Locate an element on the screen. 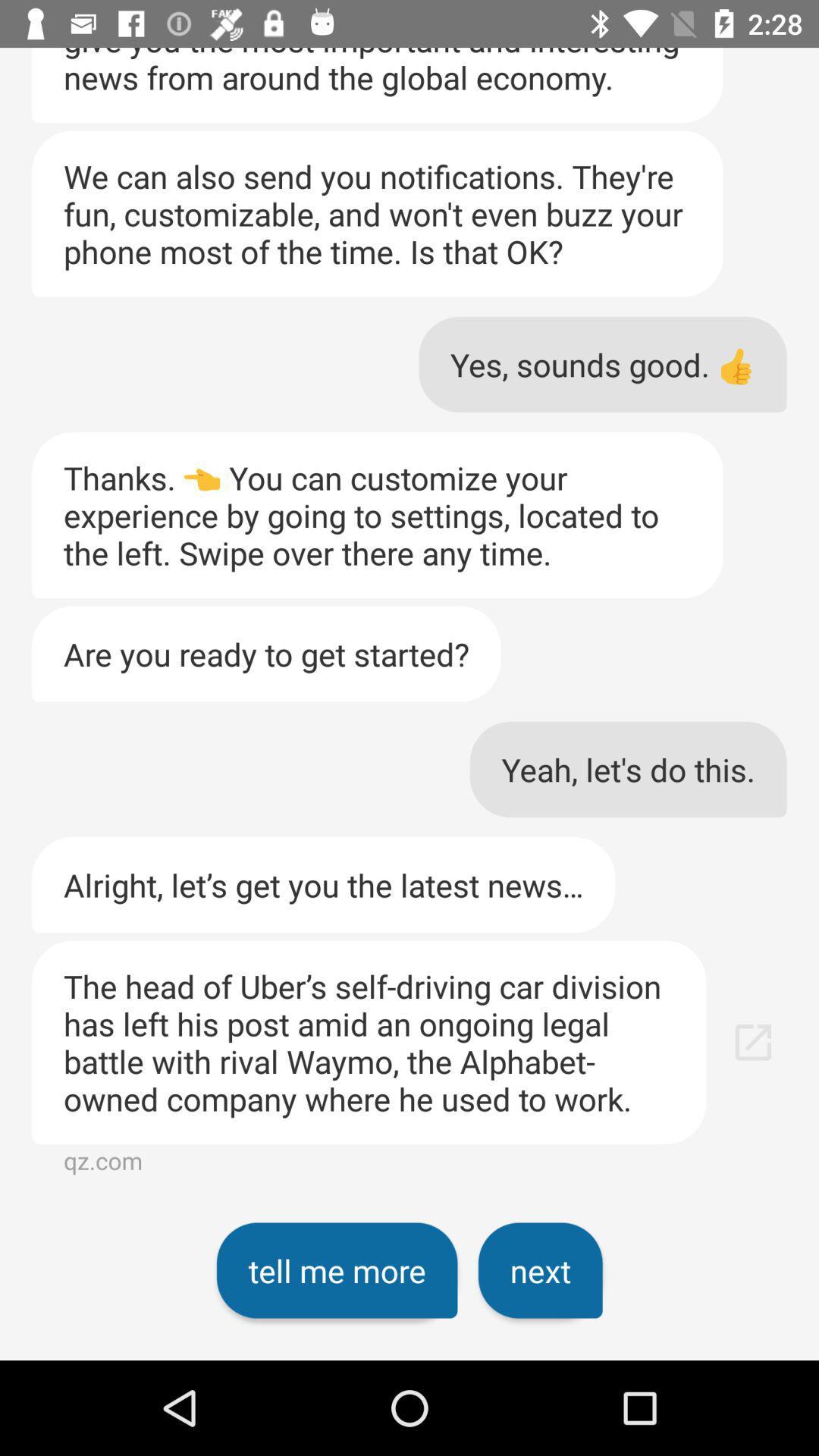 The image size is (819, 1456). the icon next to the next is located at coordinates (336, 1270).